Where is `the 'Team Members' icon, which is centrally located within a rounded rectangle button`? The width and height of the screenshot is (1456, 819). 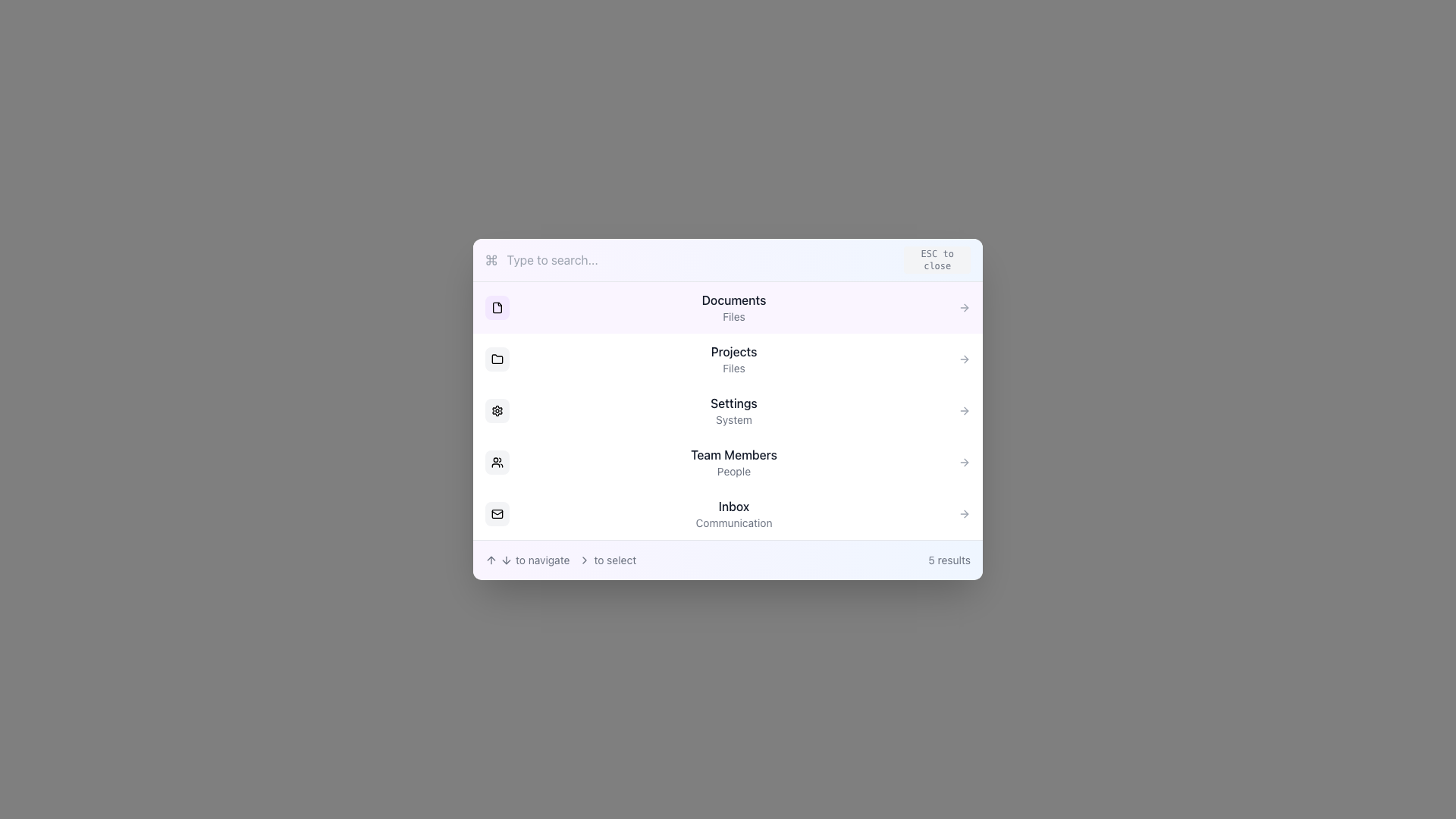 the 'Team Members' icon, which is centrally located within a rounded rectangle button is located at coordinates (497, 461).